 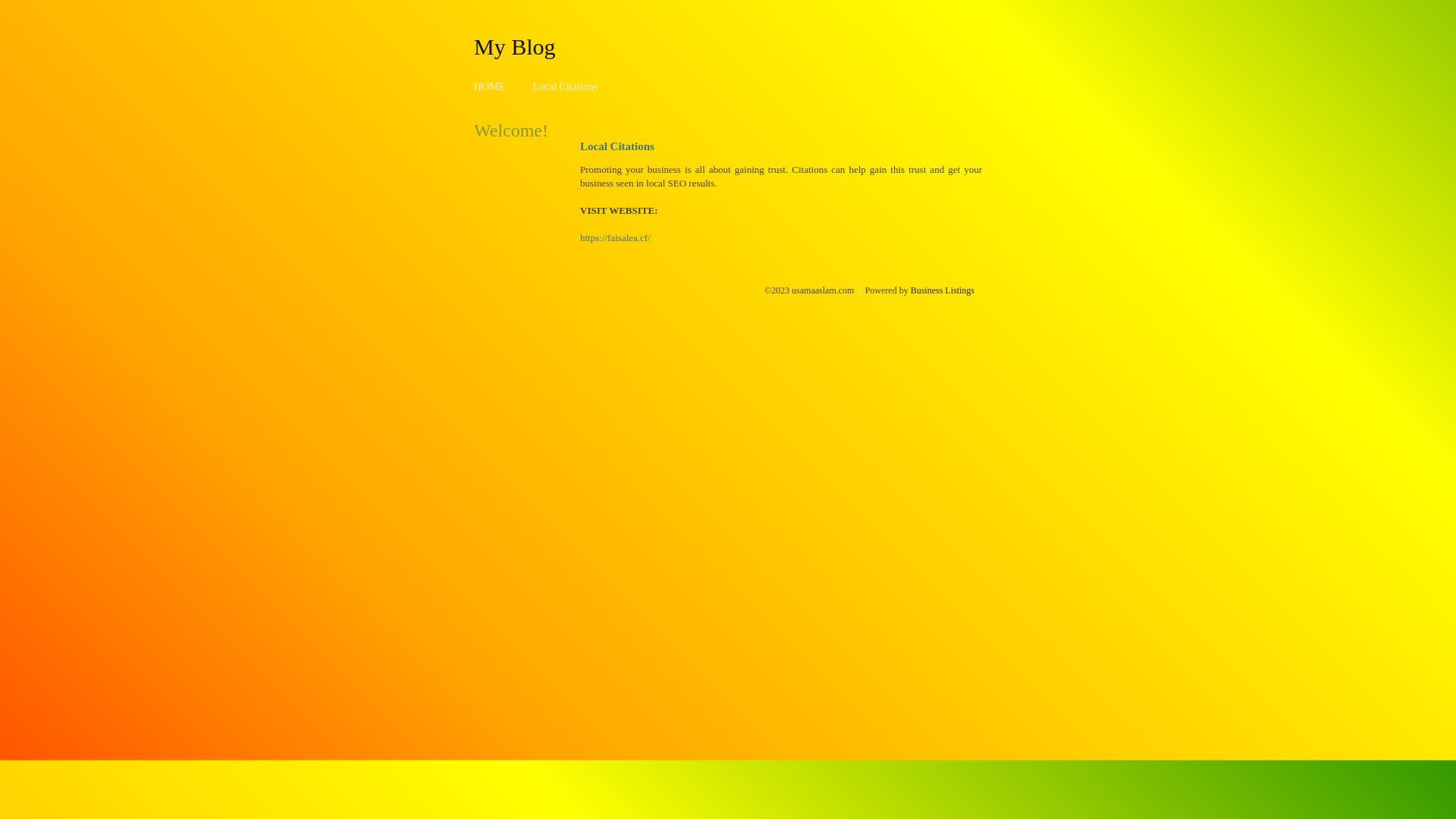 I want to click on 'HOME', so click(x=489, y=86).